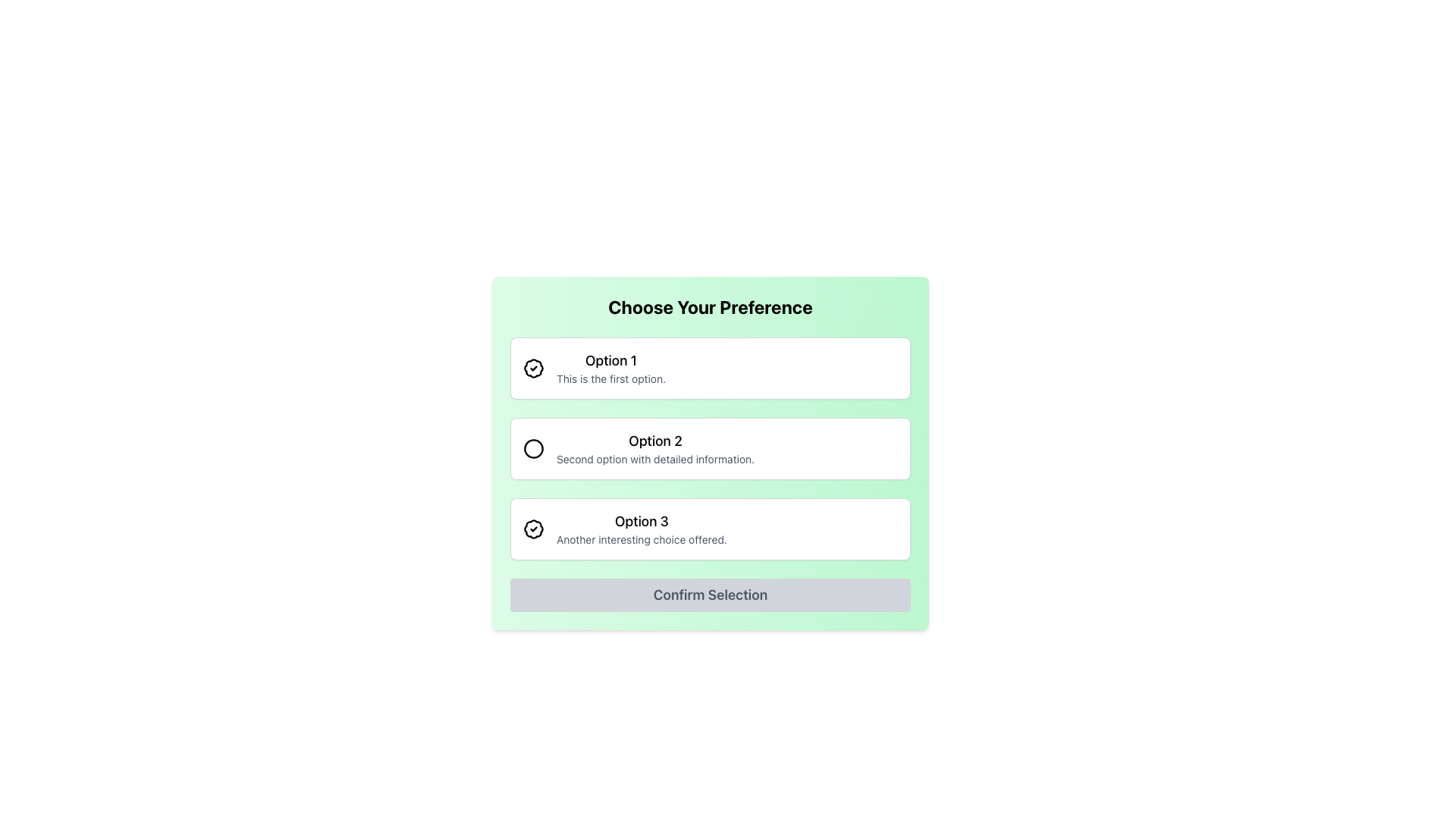 This screenshot has width=1456, height=819. I want to click on the text element displaying 'Option 3', which is in the third selectable card of a vertical stack, positioned in the middle of its card, so click(642, 520).